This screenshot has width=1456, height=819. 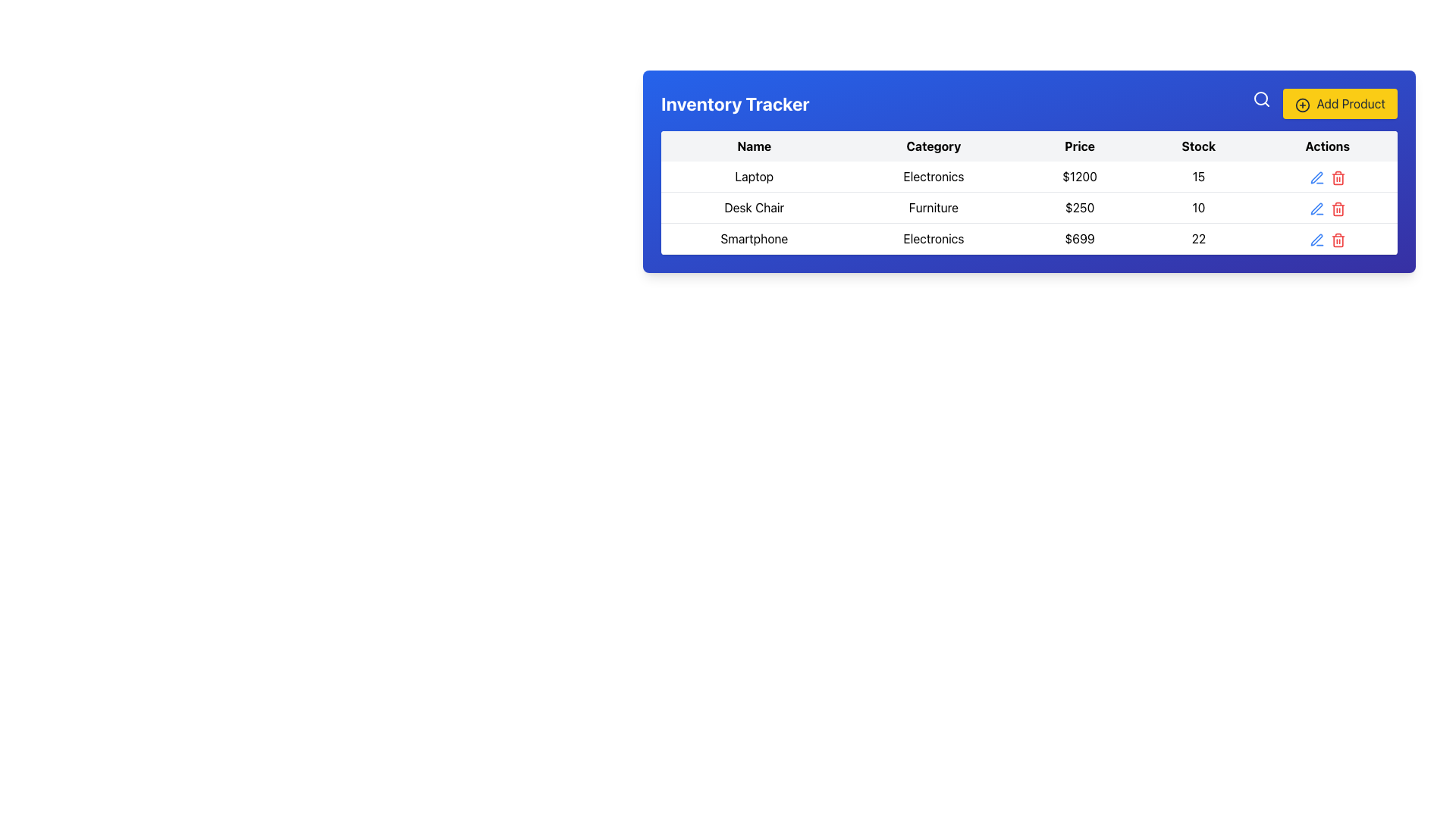 What do you see at coordinates (754, 146) in the screenshot?
I see `the 'Name' table header cell, which is the first header cell` at bounding box center [754, 146].